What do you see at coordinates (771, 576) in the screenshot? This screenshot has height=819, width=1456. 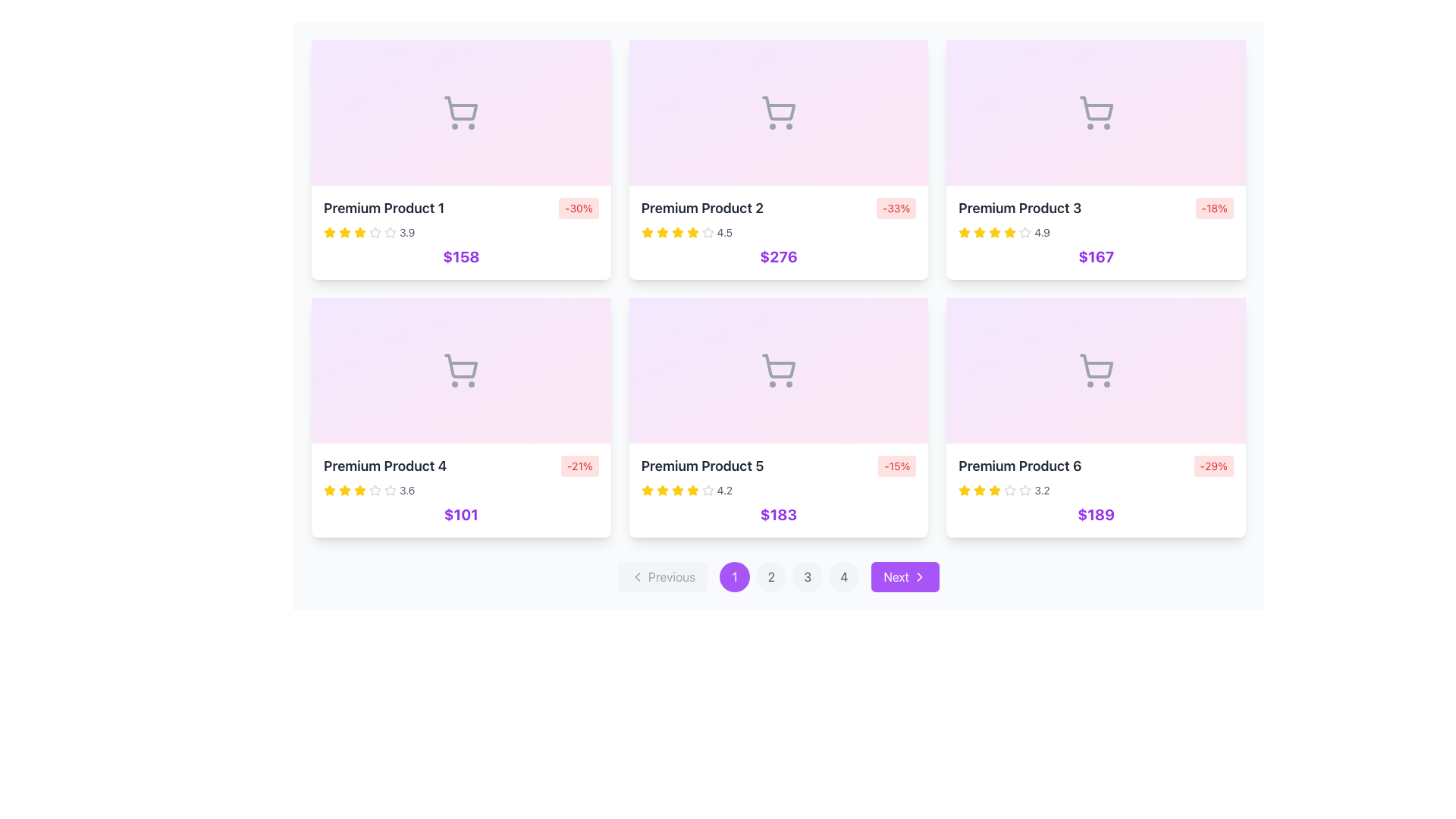 I see `the circular button labeled '2' for keyboard navigation` at bounding box center [771, 576].